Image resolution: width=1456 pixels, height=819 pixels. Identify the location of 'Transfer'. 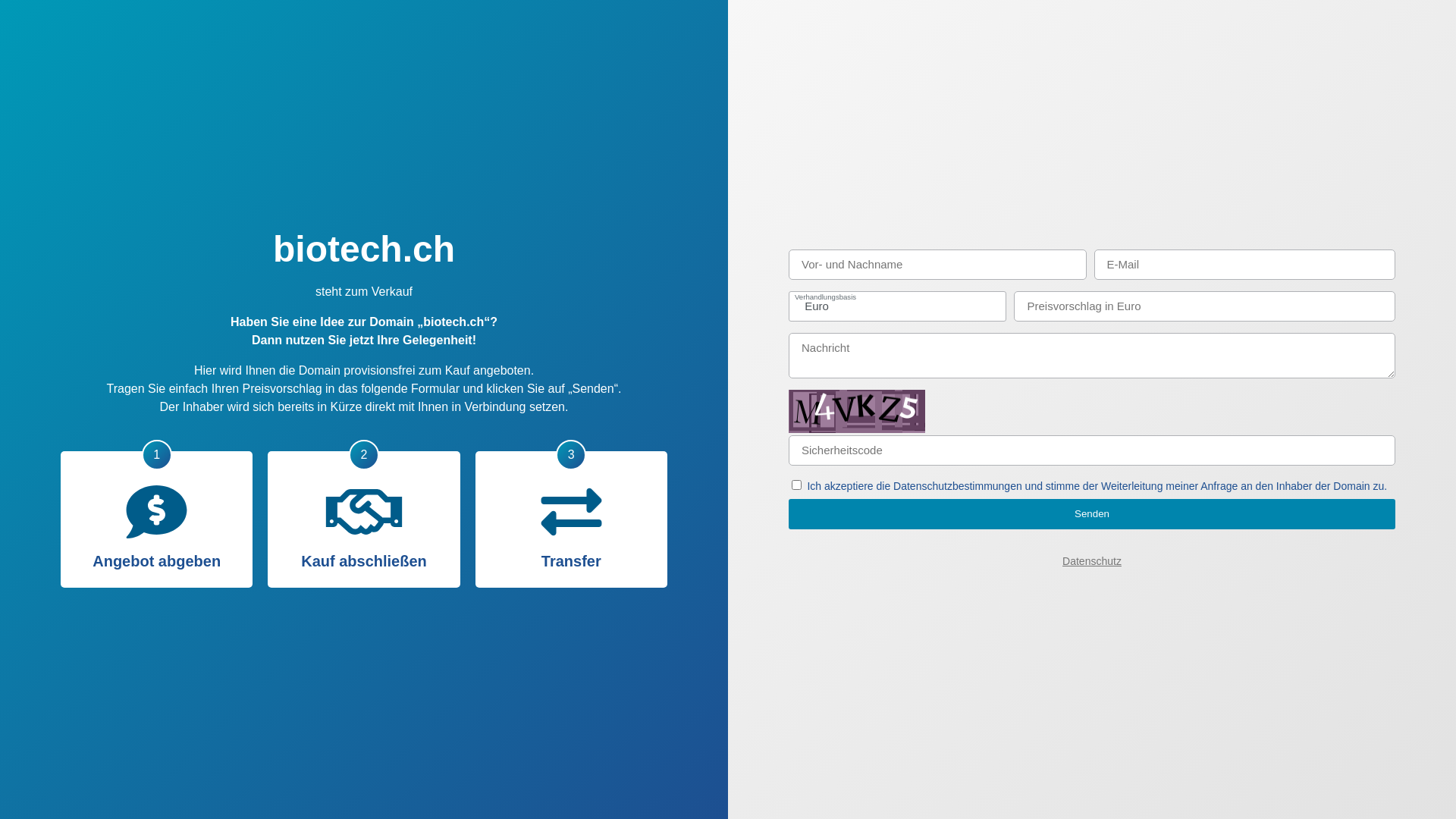
(570, 512).